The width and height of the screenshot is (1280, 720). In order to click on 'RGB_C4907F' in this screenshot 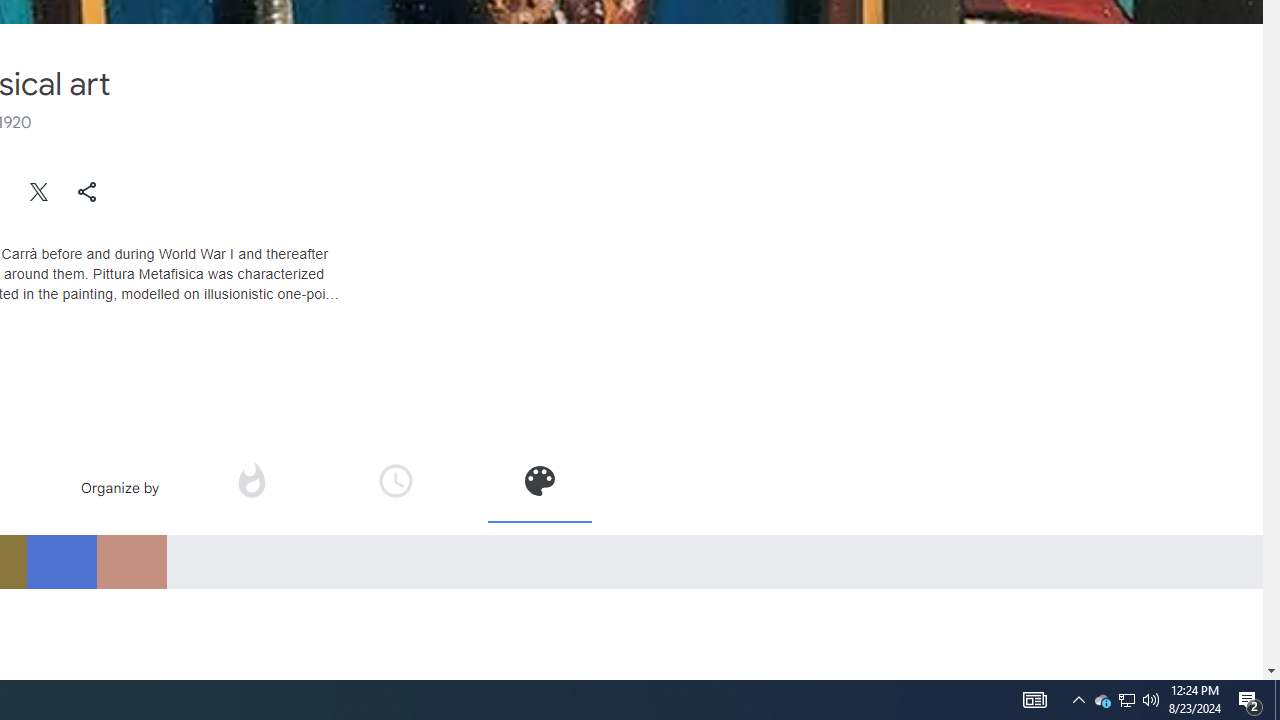, I will do `click(130, 561)`.